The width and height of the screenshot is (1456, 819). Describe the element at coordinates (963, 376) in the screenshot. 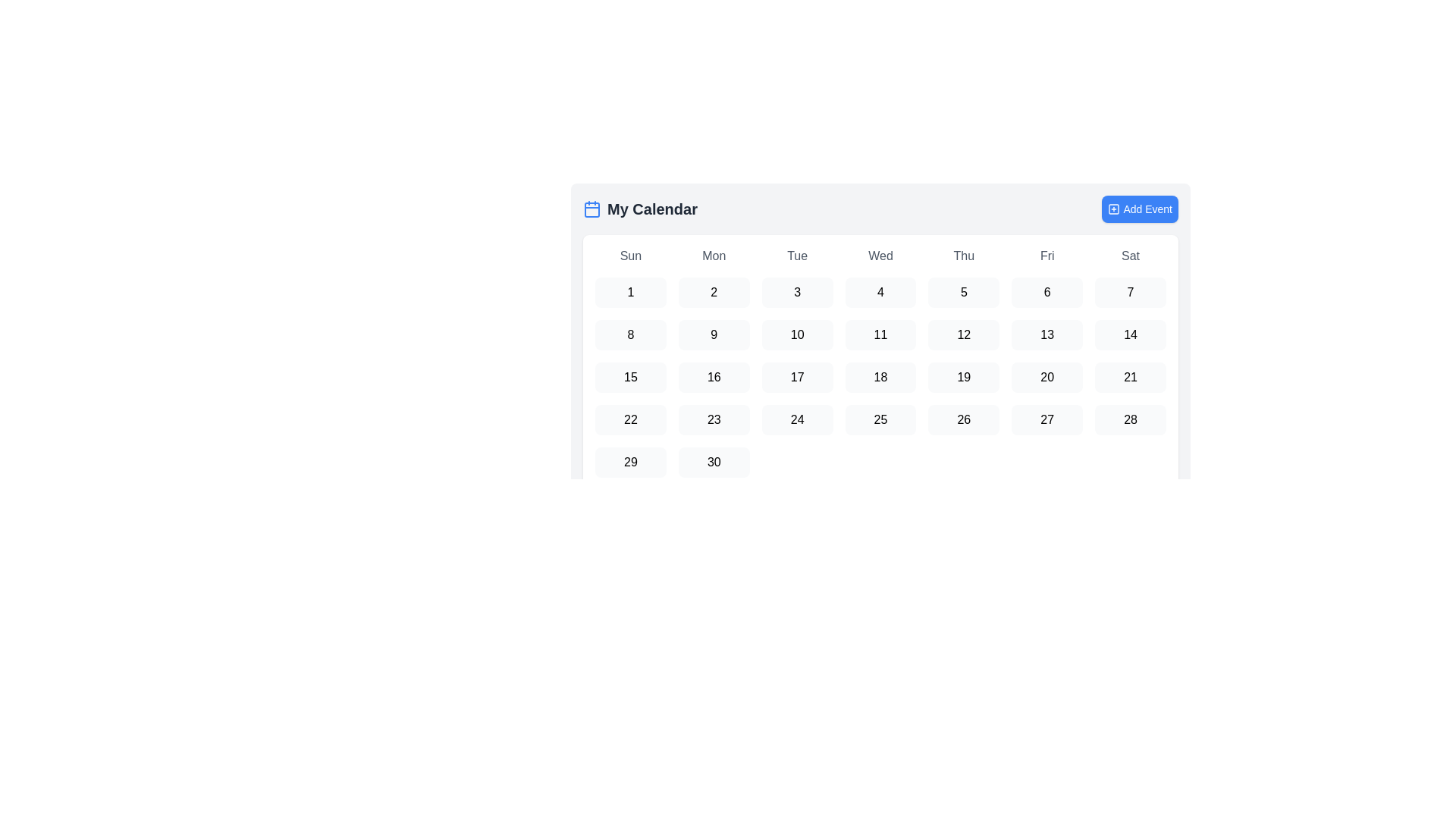

I see `the button with the text '19' located in the 5th column of the 4th row of a calendar component` at that location.